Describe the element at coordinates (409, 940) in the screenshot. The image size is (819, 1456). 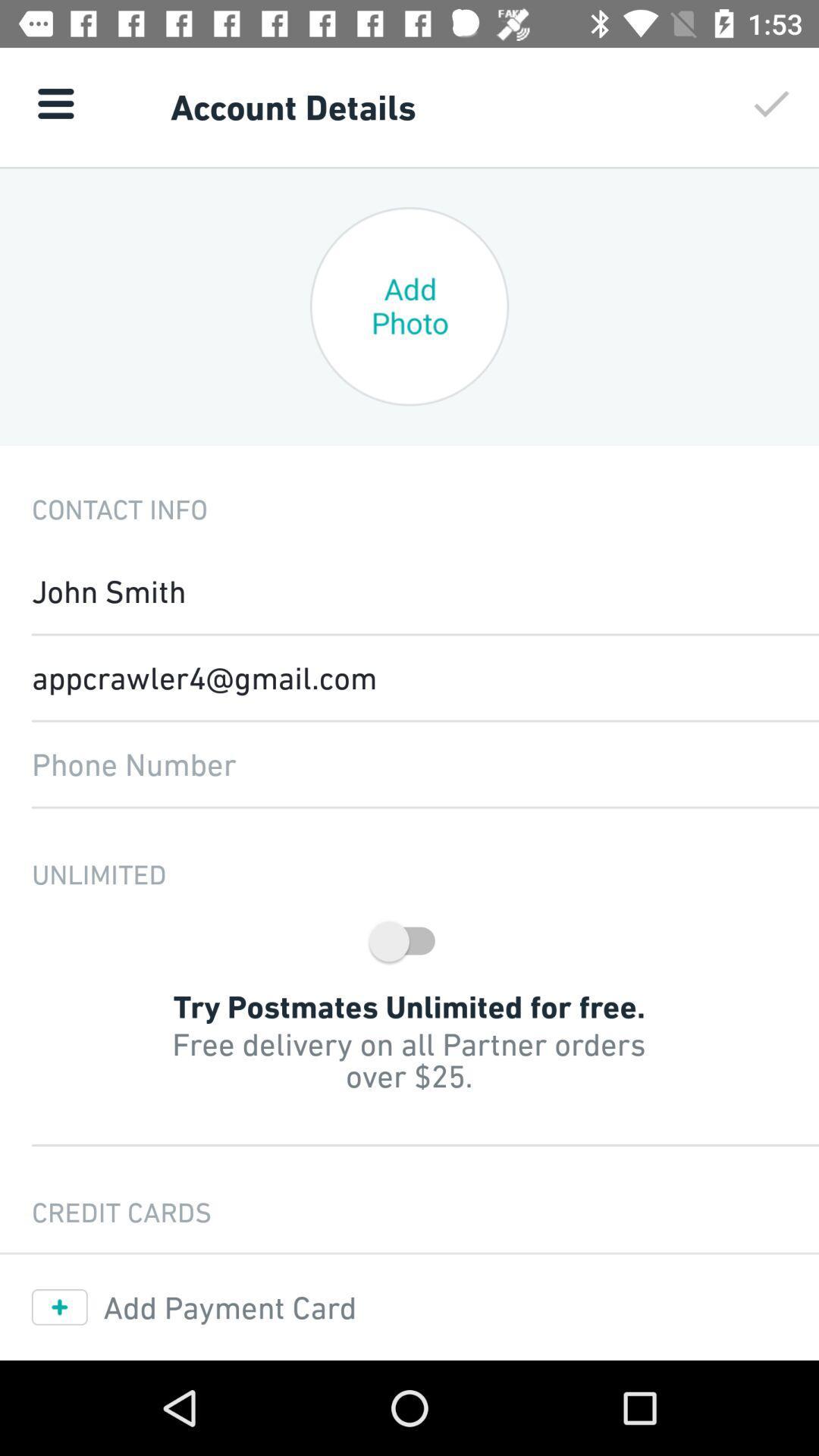
I see `the switch button` at that location.